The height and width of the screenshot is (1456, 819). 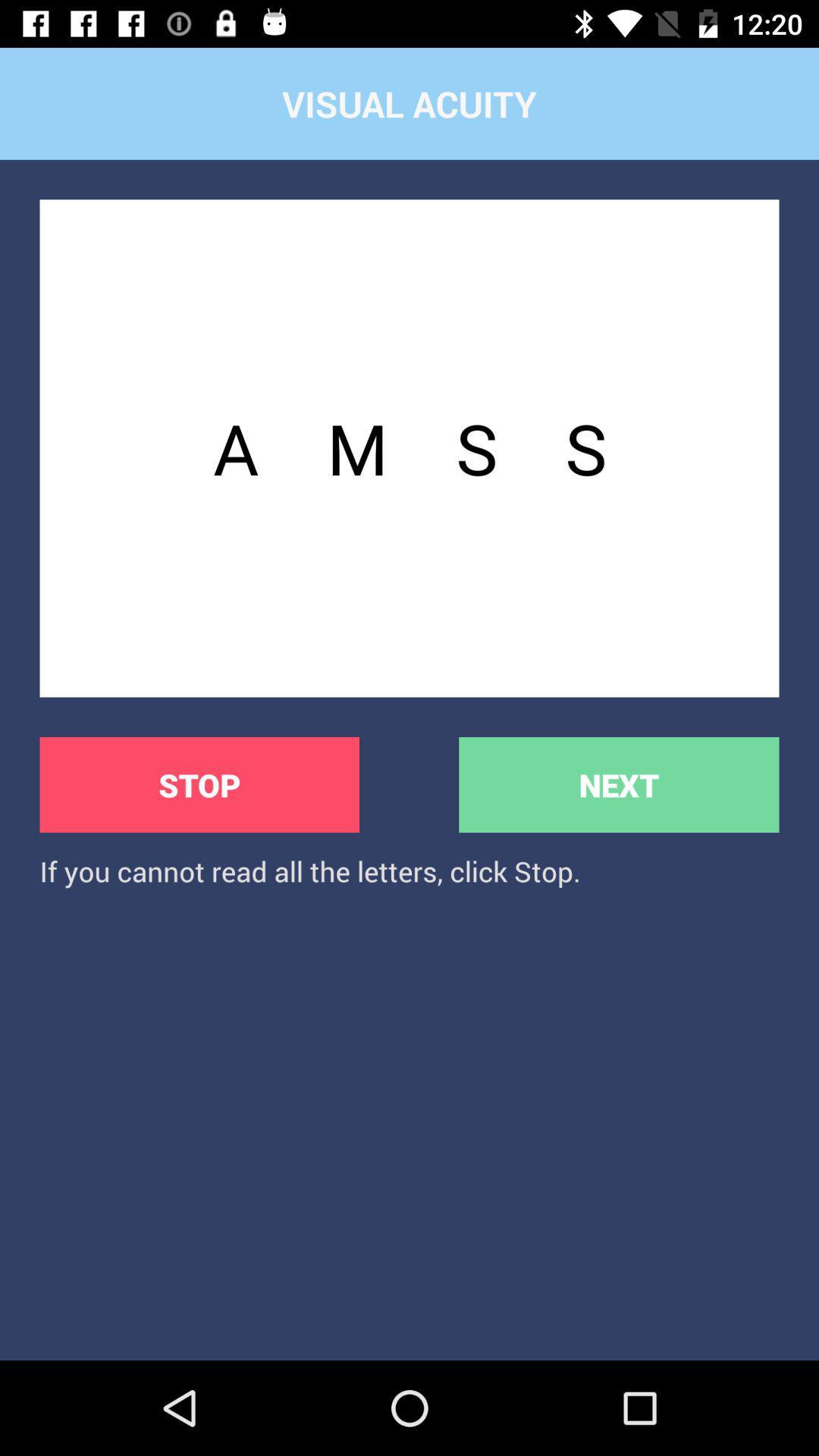 What do you see at coordinates (619, 785) in the screenshot?
I see `button to the right of stop item` at bounding box center [619, 785].